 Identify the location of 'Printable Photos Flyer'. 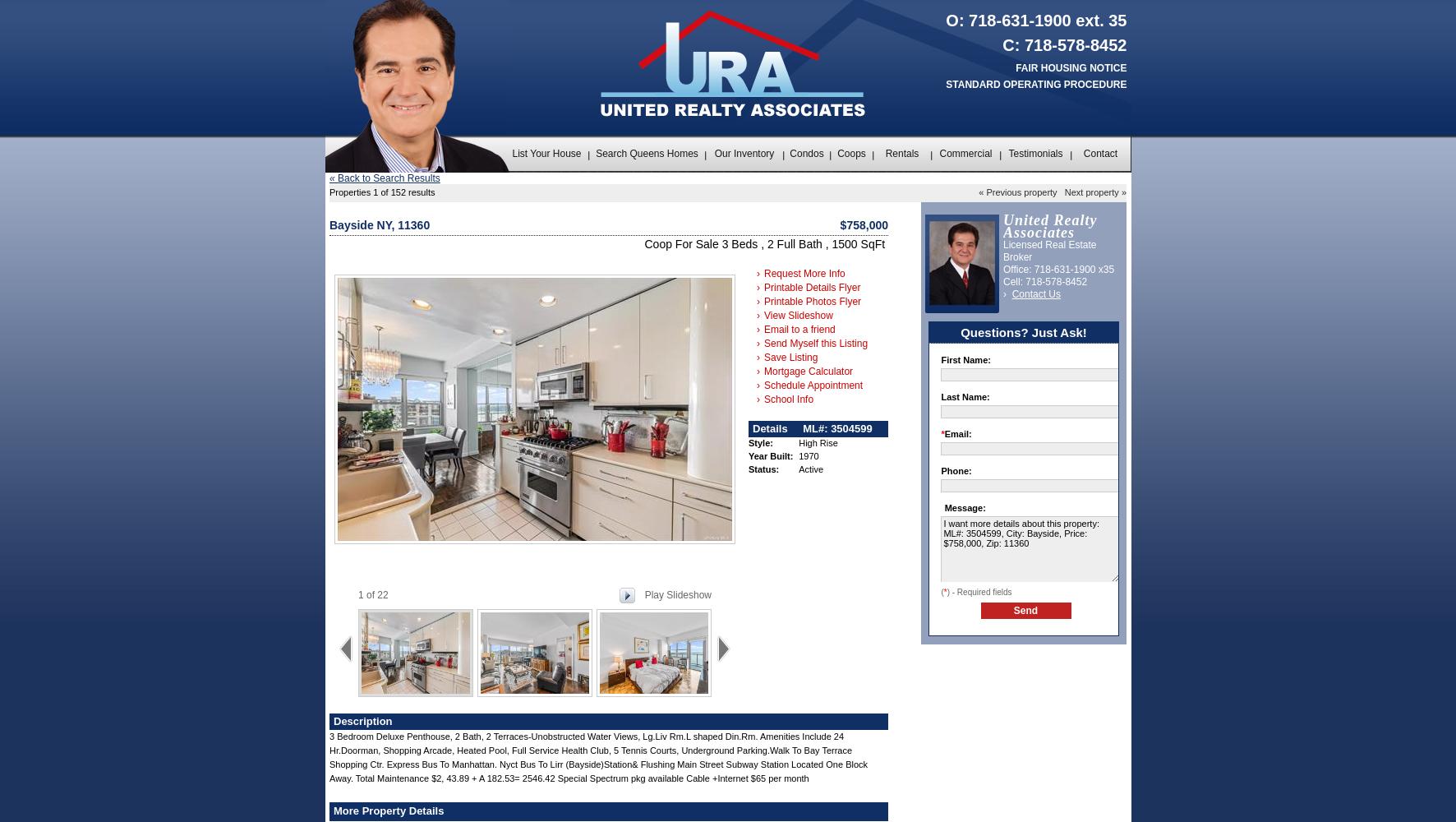
(810, 301).